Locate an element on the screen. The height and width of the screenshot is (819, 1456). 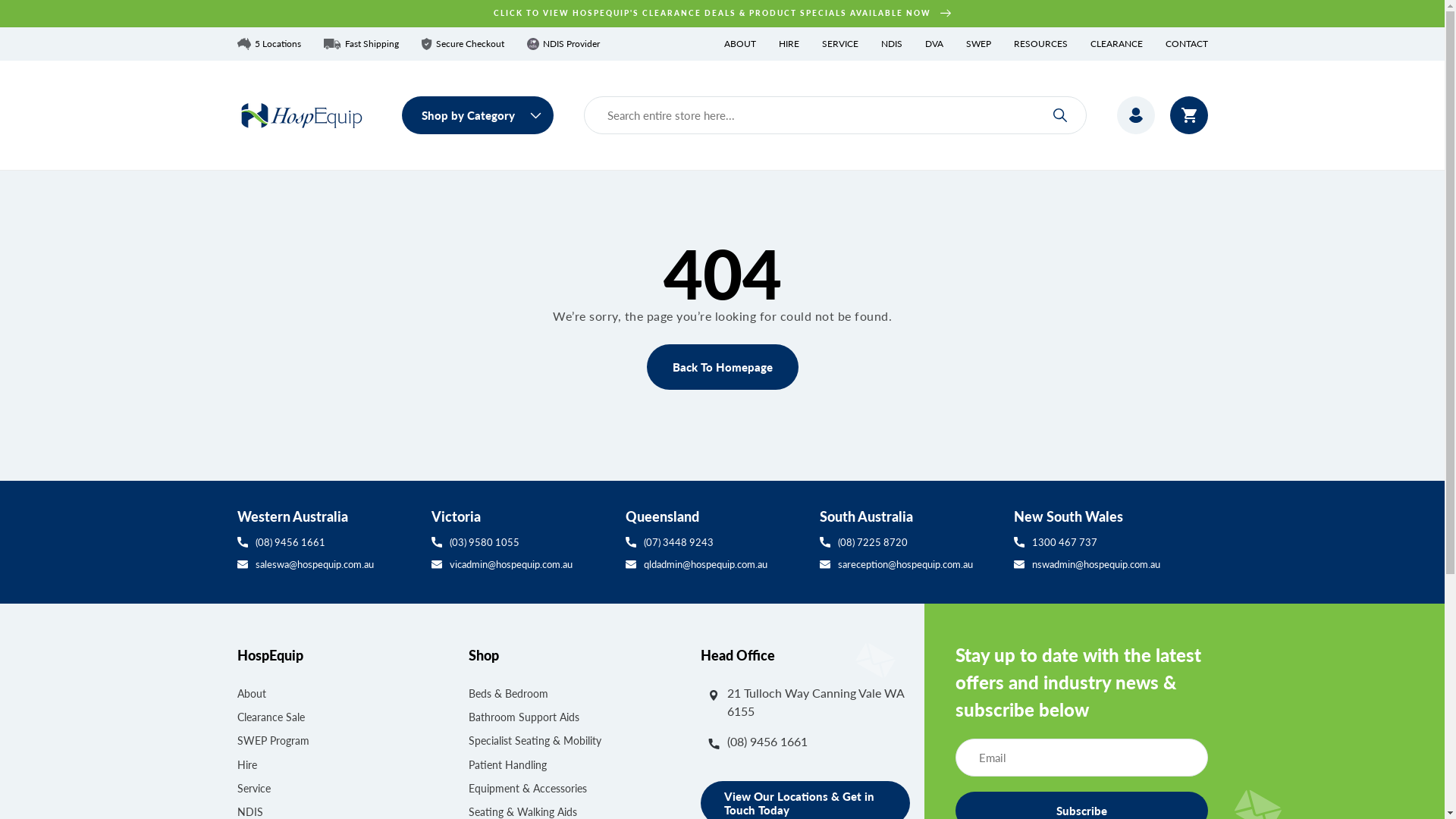
'saleswa@hospequip.com.au' is located at coordinates (236, 564).